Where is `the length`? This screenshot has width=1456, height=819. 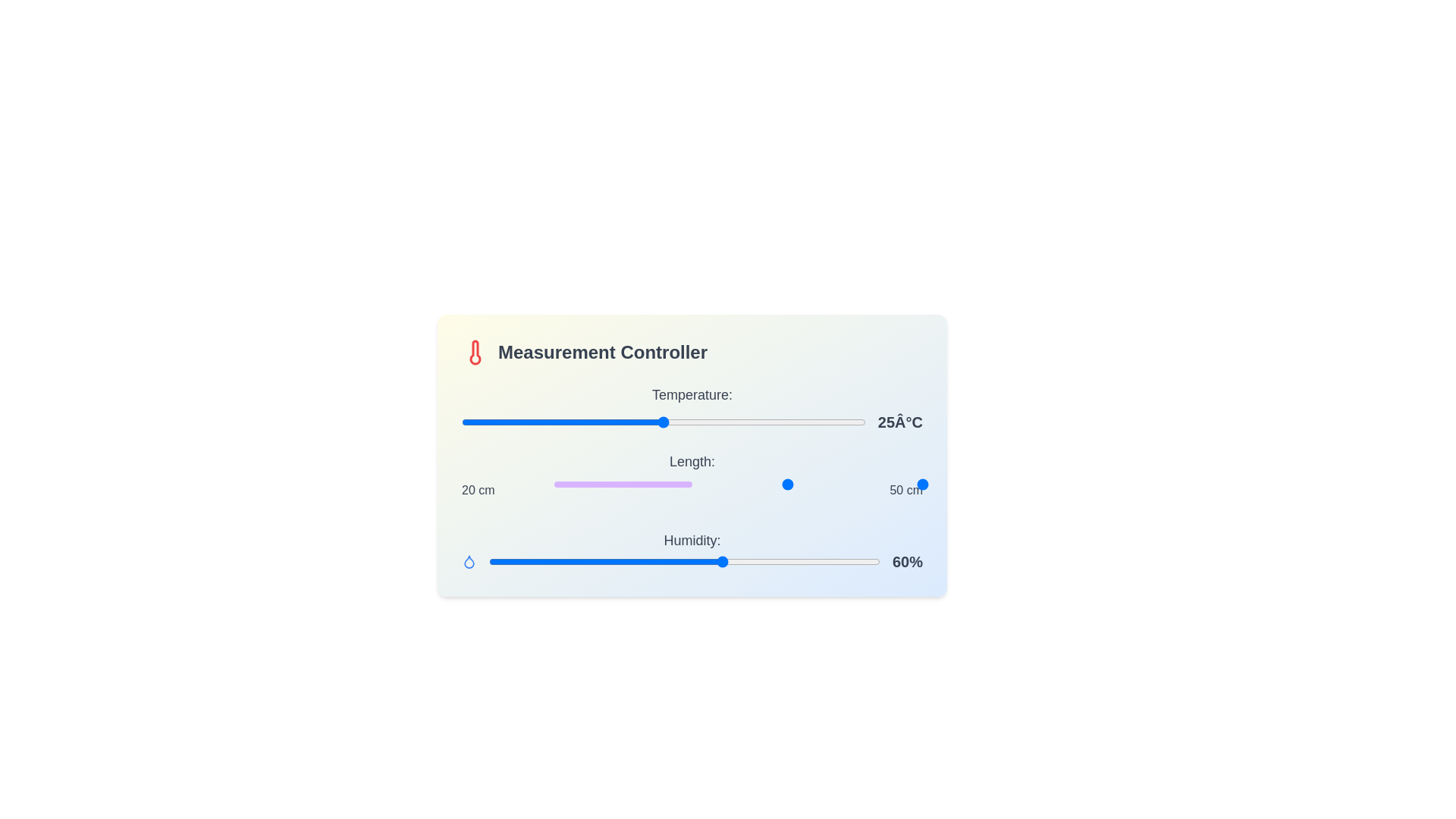
the length is located at coordinates (814, 485).